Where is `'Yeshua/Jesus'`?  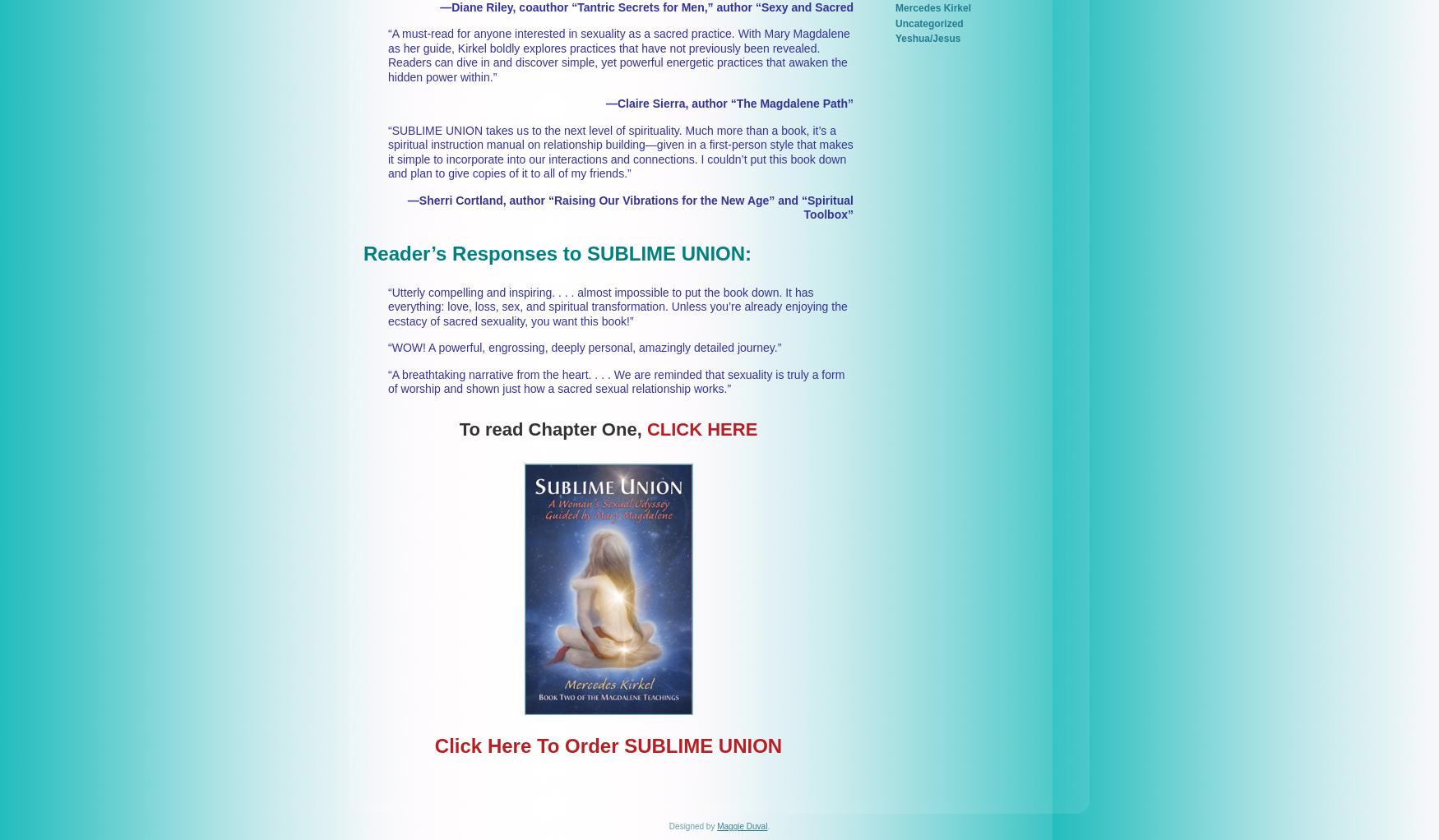
'Yeshua/Jesus' is located at coordinates (927, 39).